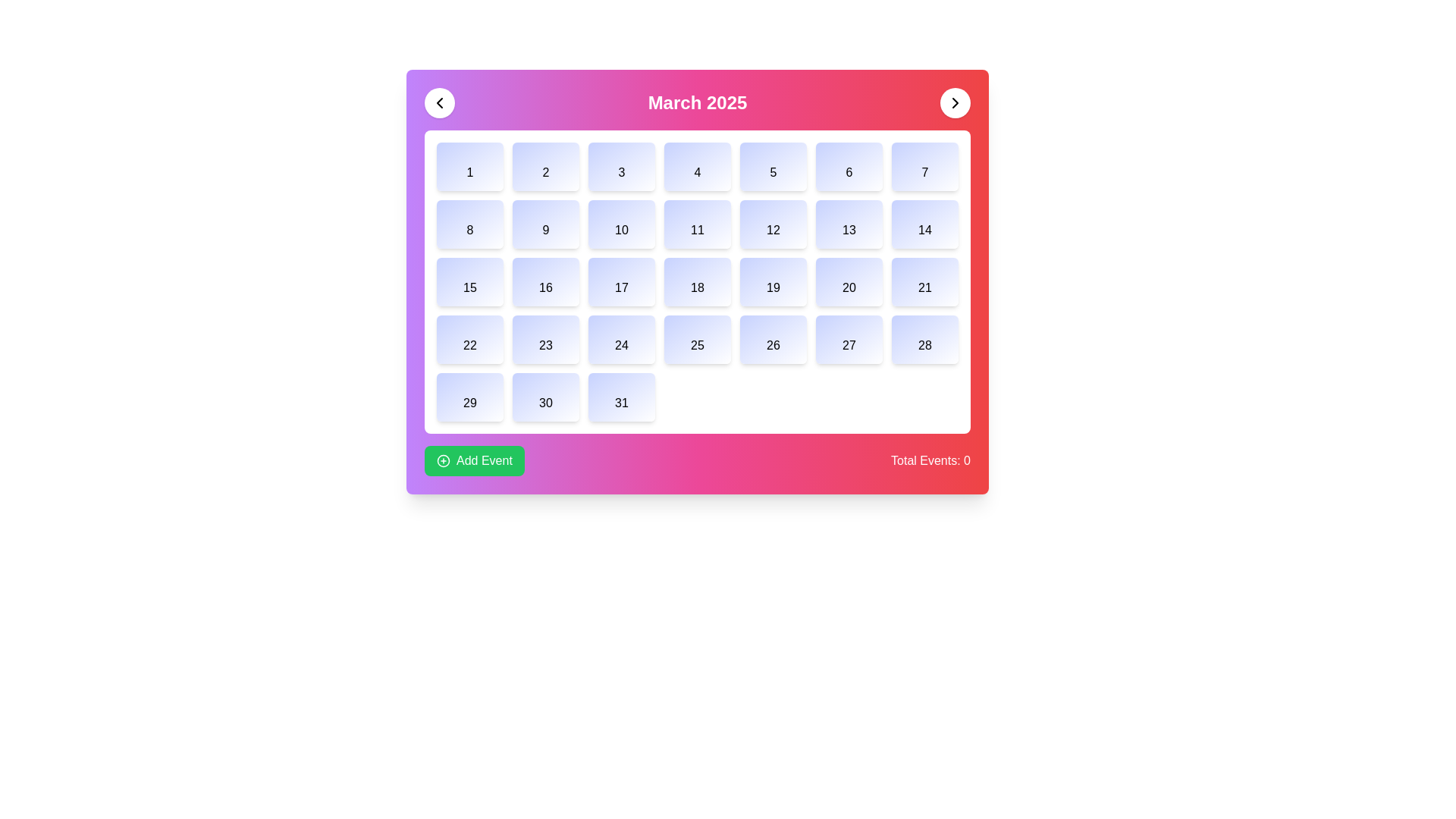 This screenshot has height=819, width=1456. Describe the element at coordinates (622, 397) in the screenshot. I see `the static display box representing the date '31' in the last row and last column of the calendar grid` at that location.